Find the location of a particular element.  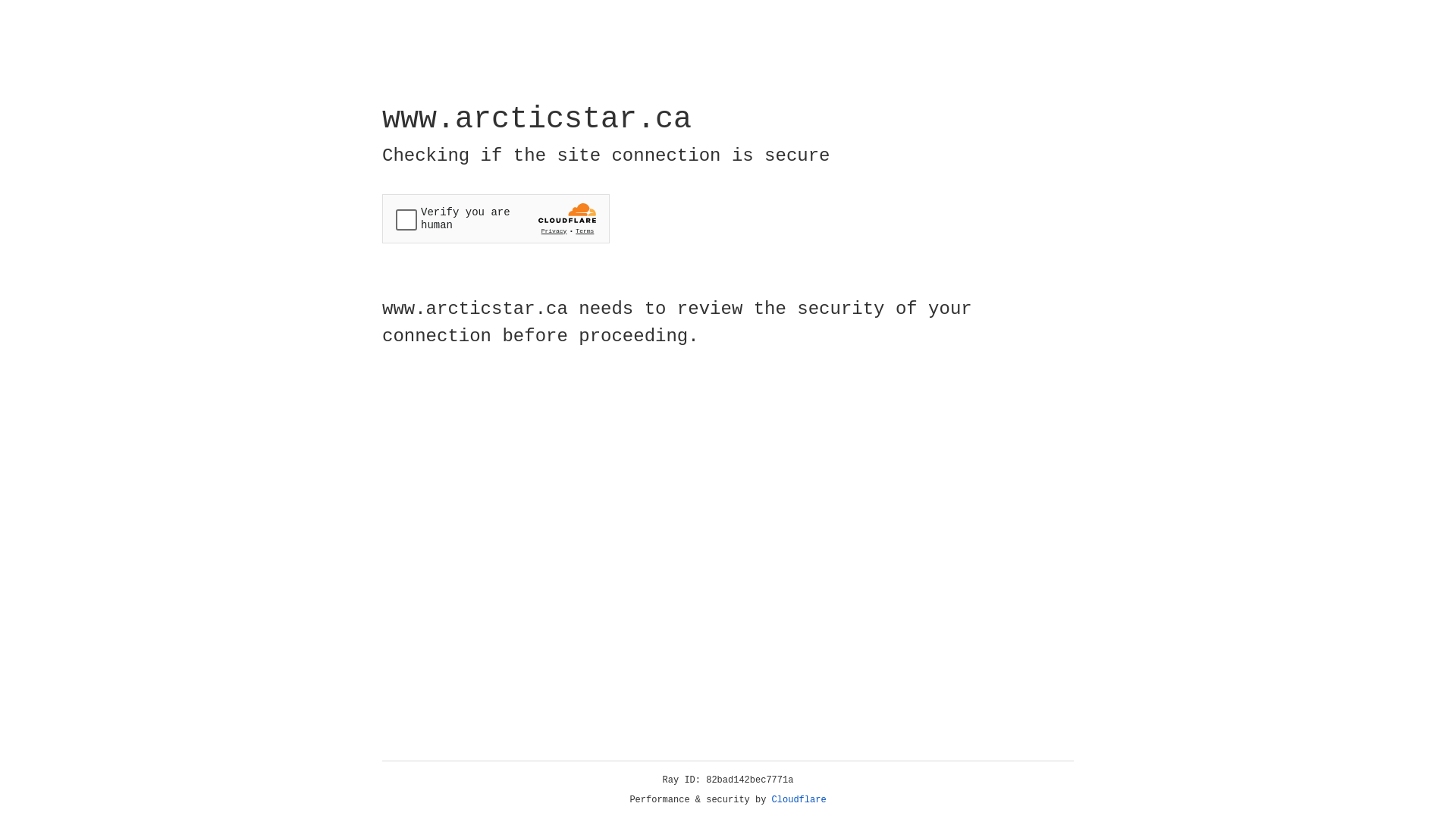

'Cloudflare' is located at coordinates (771, 799).